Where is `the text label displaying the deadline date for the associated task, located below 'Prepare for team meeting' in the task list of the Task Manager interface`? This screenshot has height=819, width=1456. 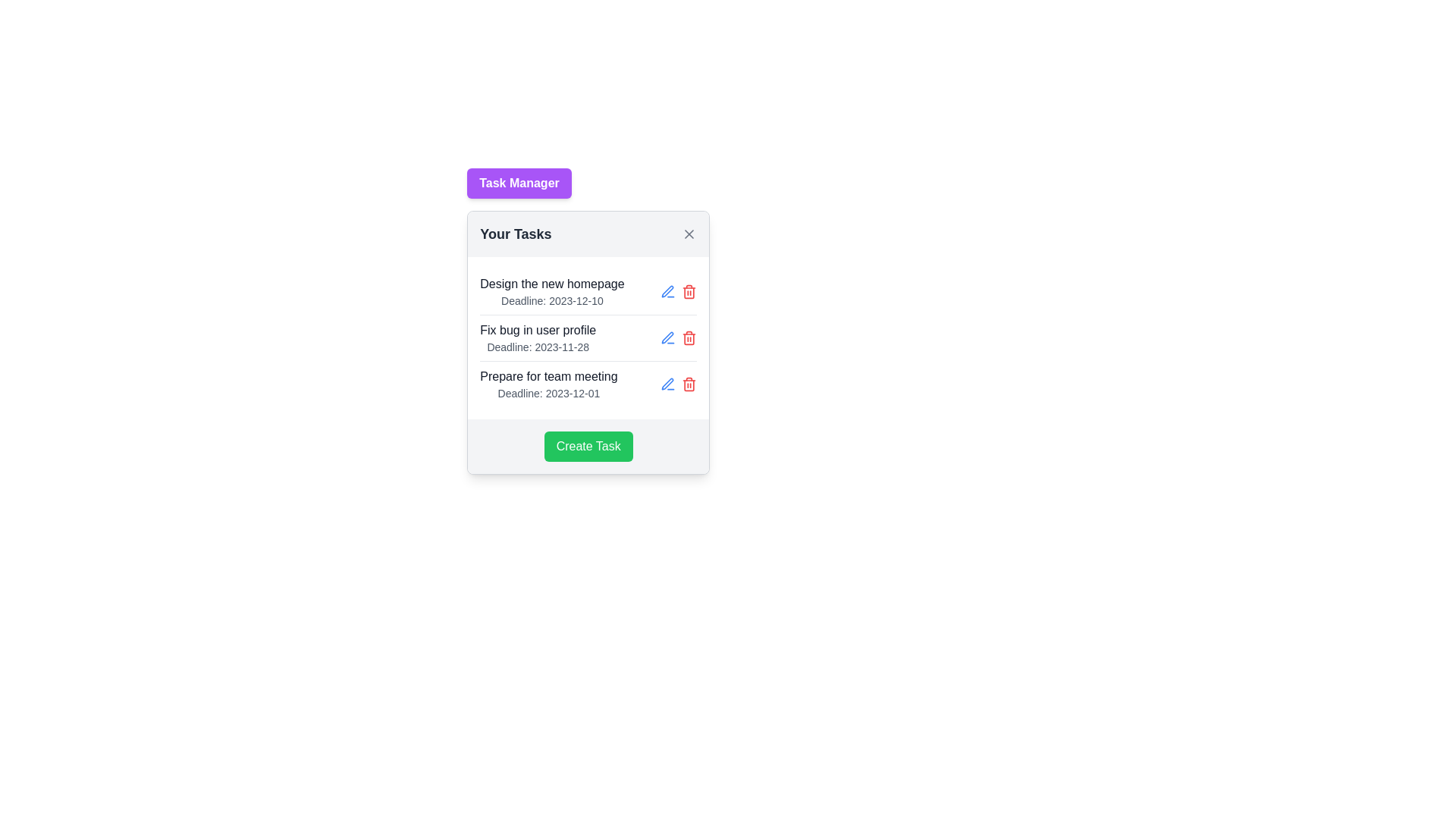
the text label displaying the deadline date for the associated task, located below 'Prepare for team meeting' in the task list of the Task Manager interface is located at coordinates (548, 393).